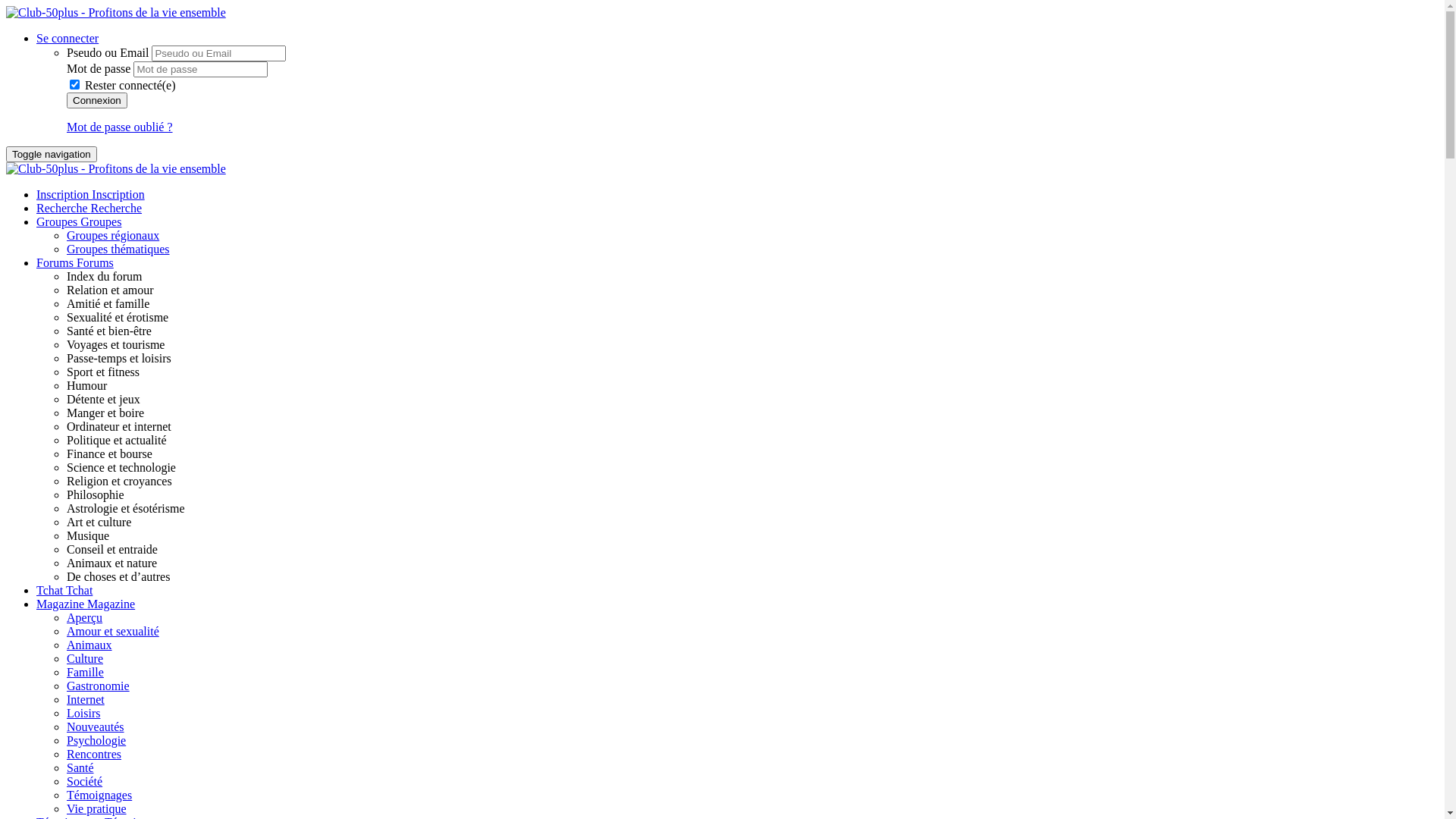  Describe the element at coordinates (61, 603) in the screenshot. I see `'Magazine'` at that location.